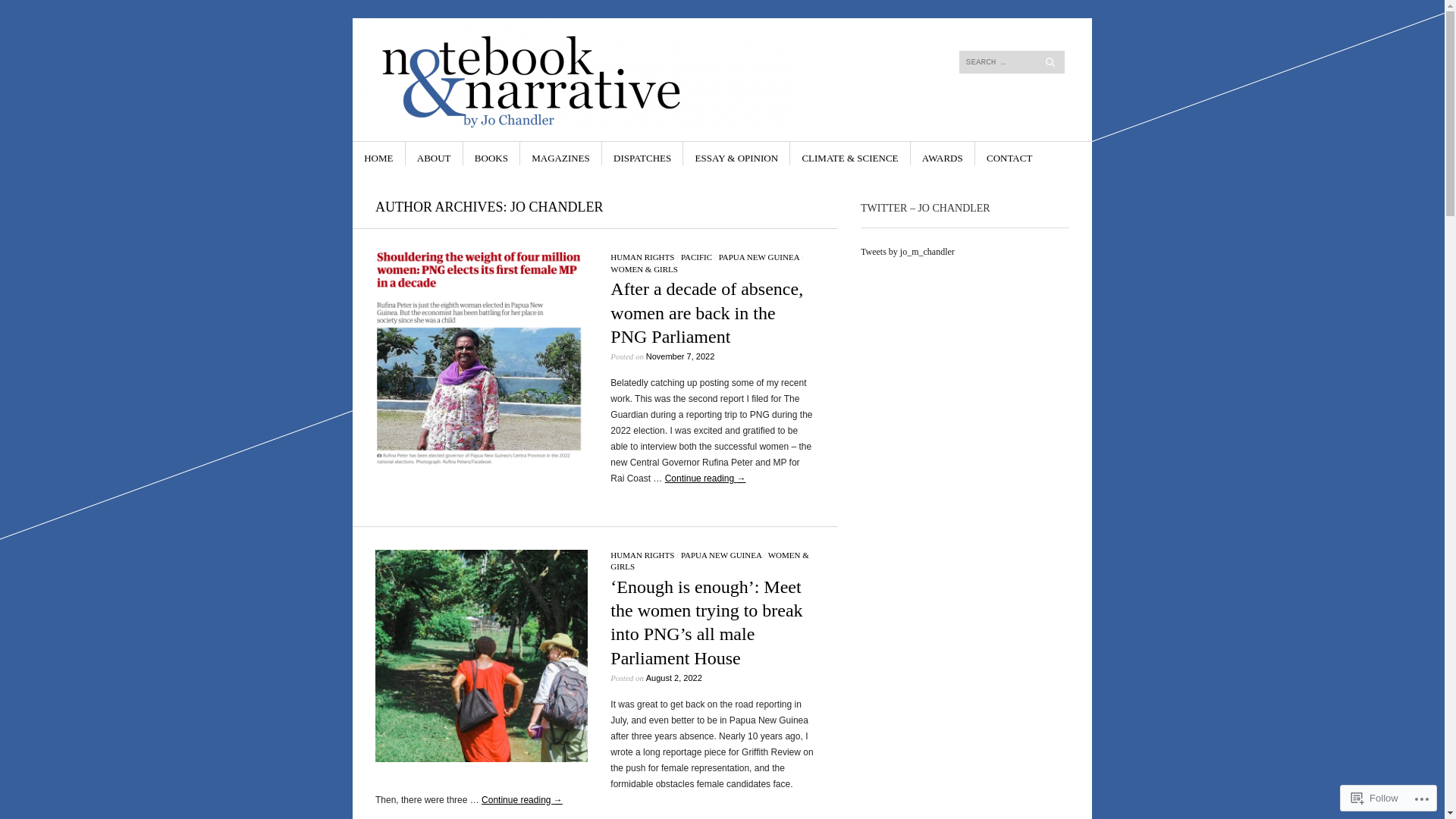 Image resolution: width=1456 pixels, height=819 pixels. Describe the element at coordinates (642, 153) in the screenshot. I see `'DISPATCHES'` at that location.